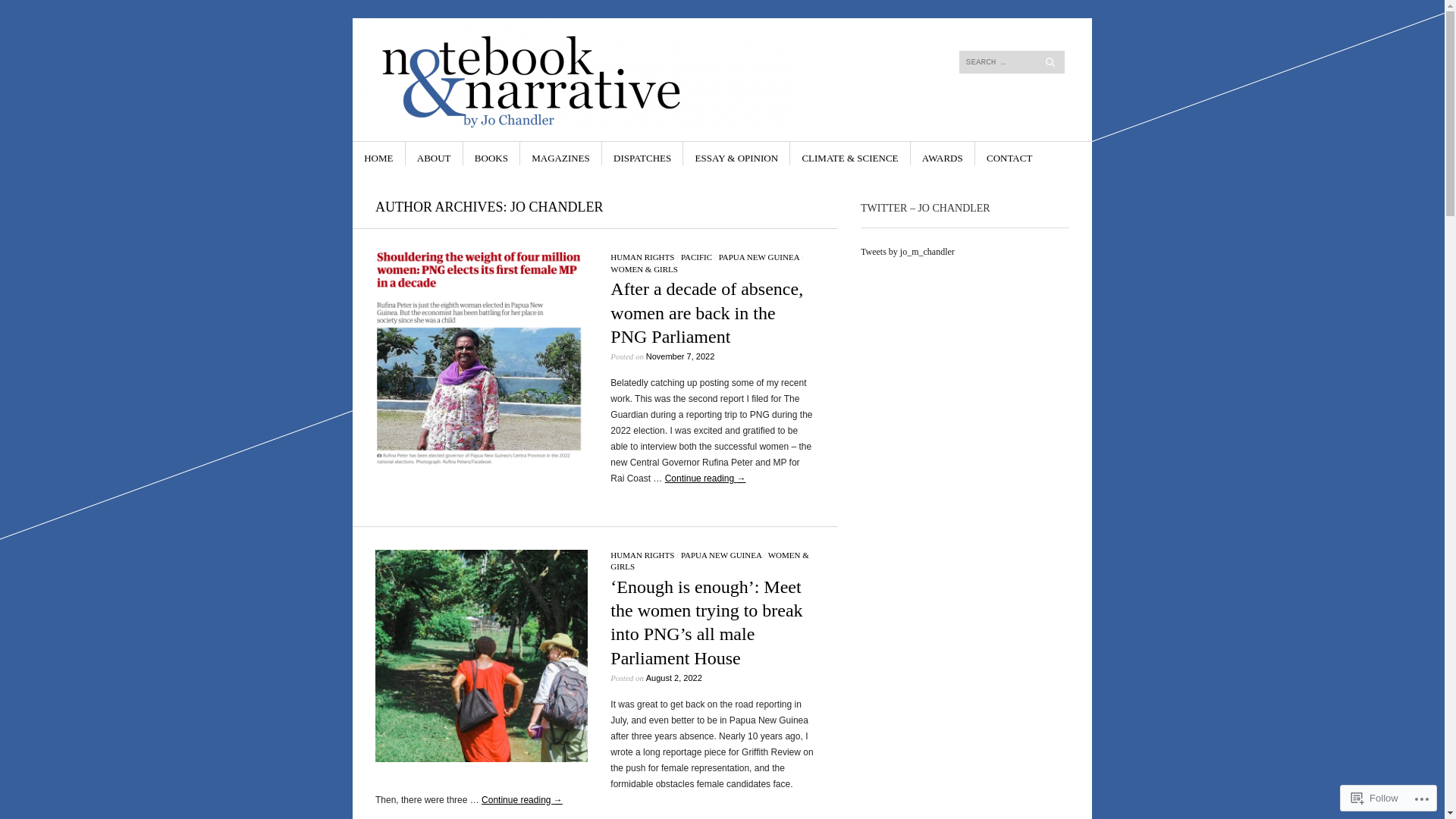 Image resolution: width=1456 pixels, height=819 pixels. Describe the element at coordinates (642, 153) in the screenshot. I see `'DISPATCHES'` at that location.